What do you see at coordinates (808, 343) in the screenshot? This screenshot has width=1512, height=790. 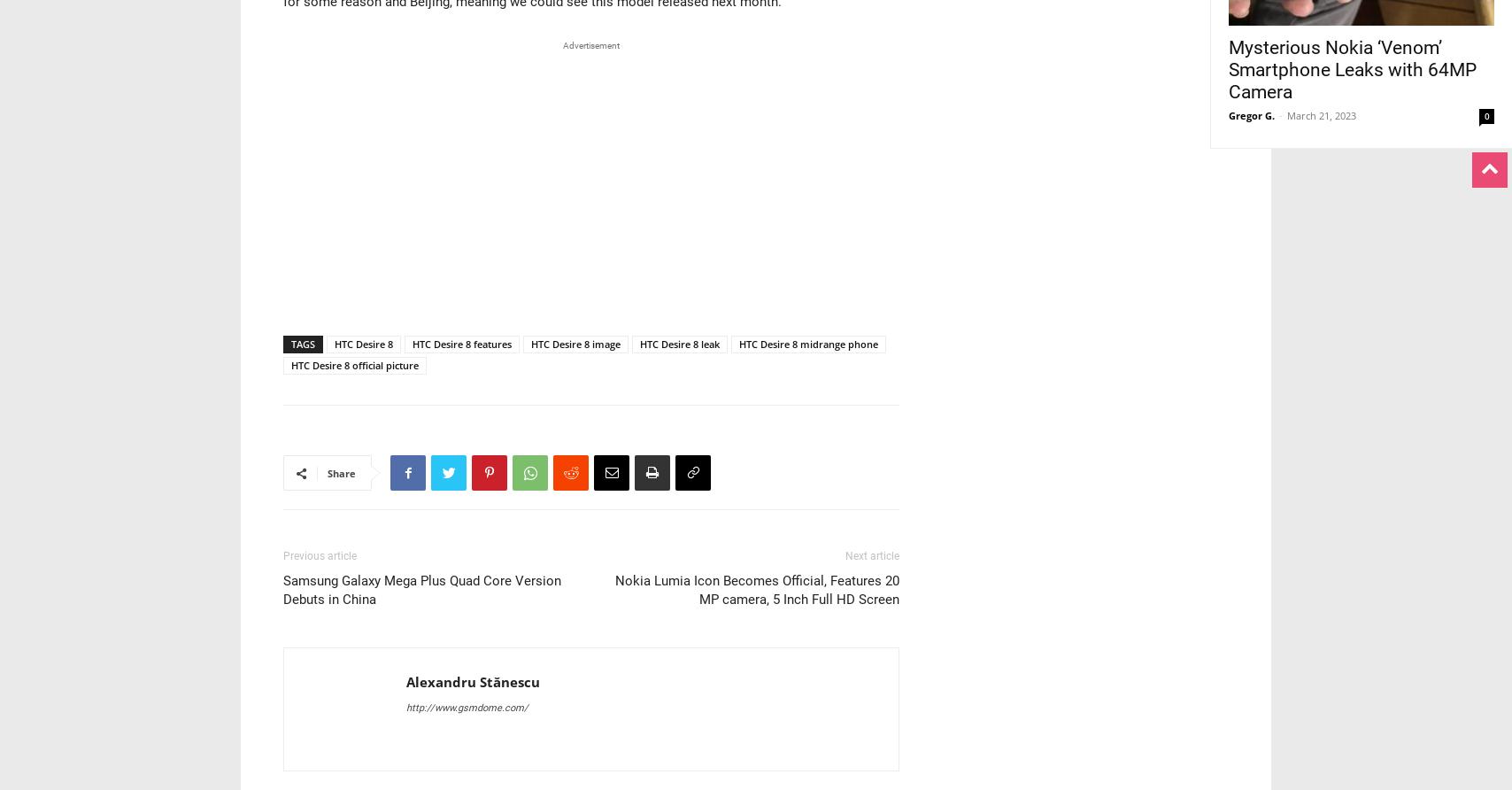 I see `'HTC Desire 8 midrange phone'` at bounding box center [808, 343].